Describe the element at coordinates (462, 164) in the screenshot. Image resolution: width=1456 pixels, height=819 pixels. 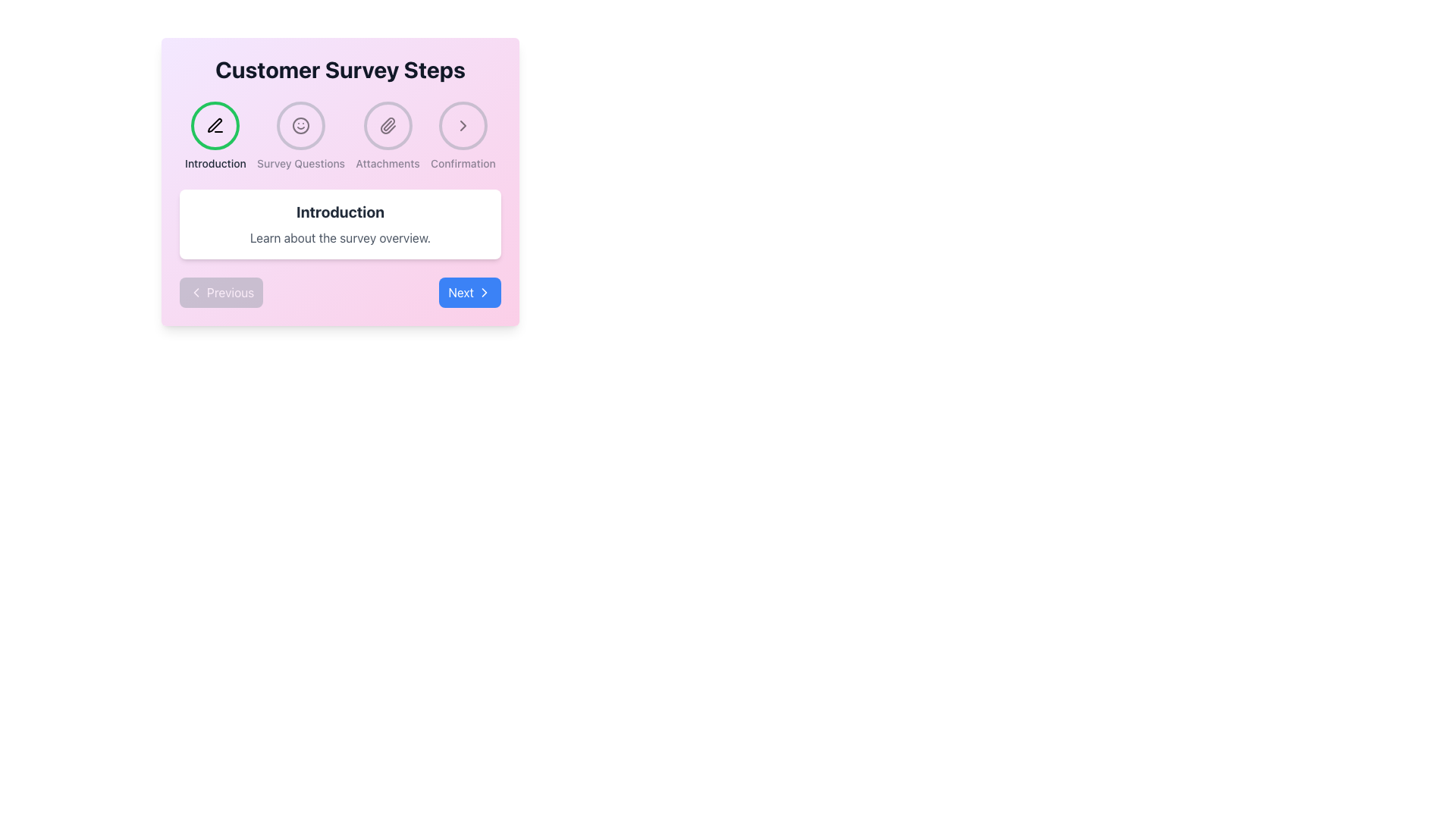
I see `the 'Confirmation' text label, which is a small, dark gray label positioned at the bottom of a navigation component, located in the top-right section of the page` at that location.